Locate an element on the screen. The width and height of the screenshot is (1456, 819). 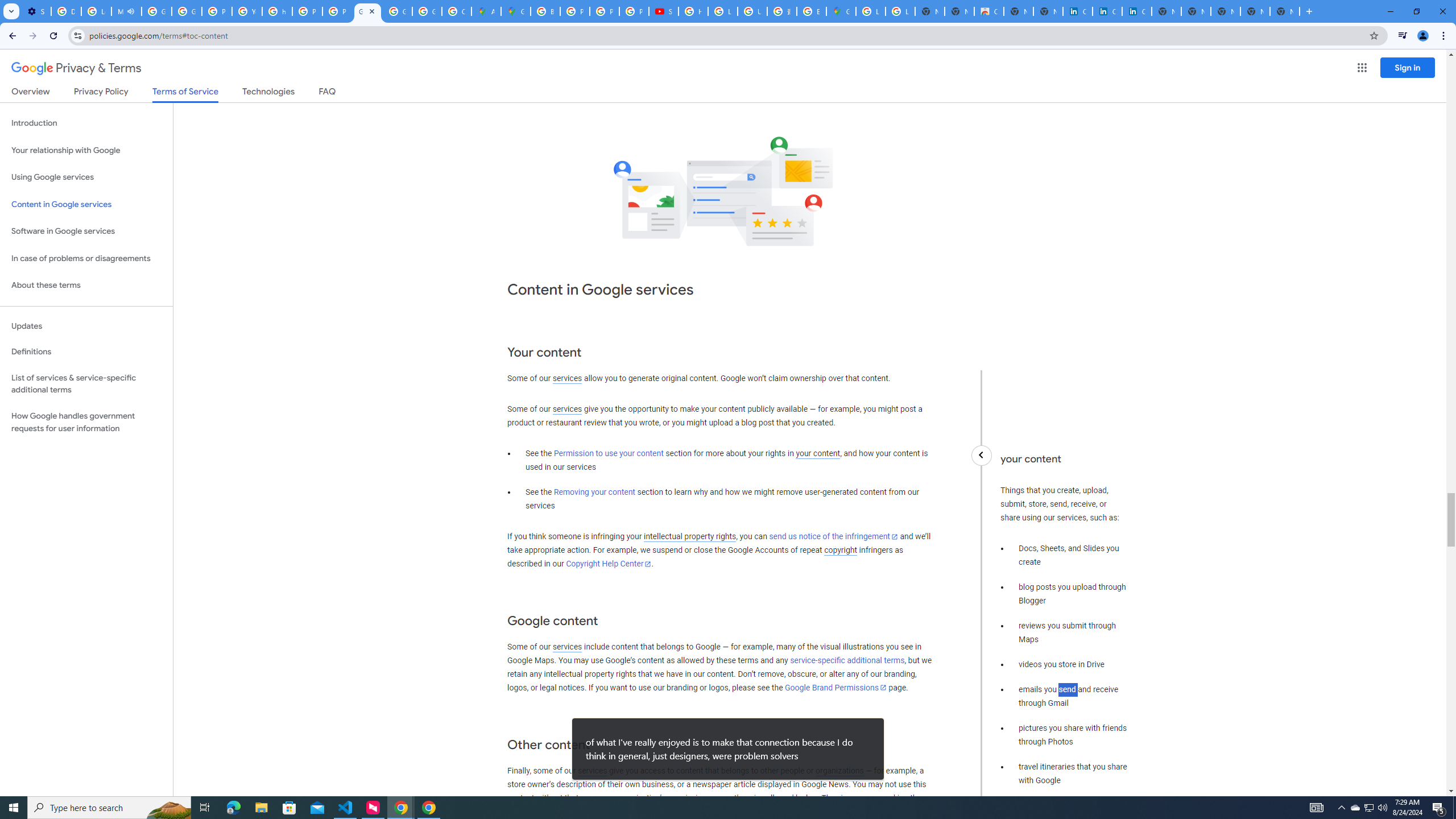
'Learn how to find your photos - Google Photos Help' is located at coordinates (95, 11).